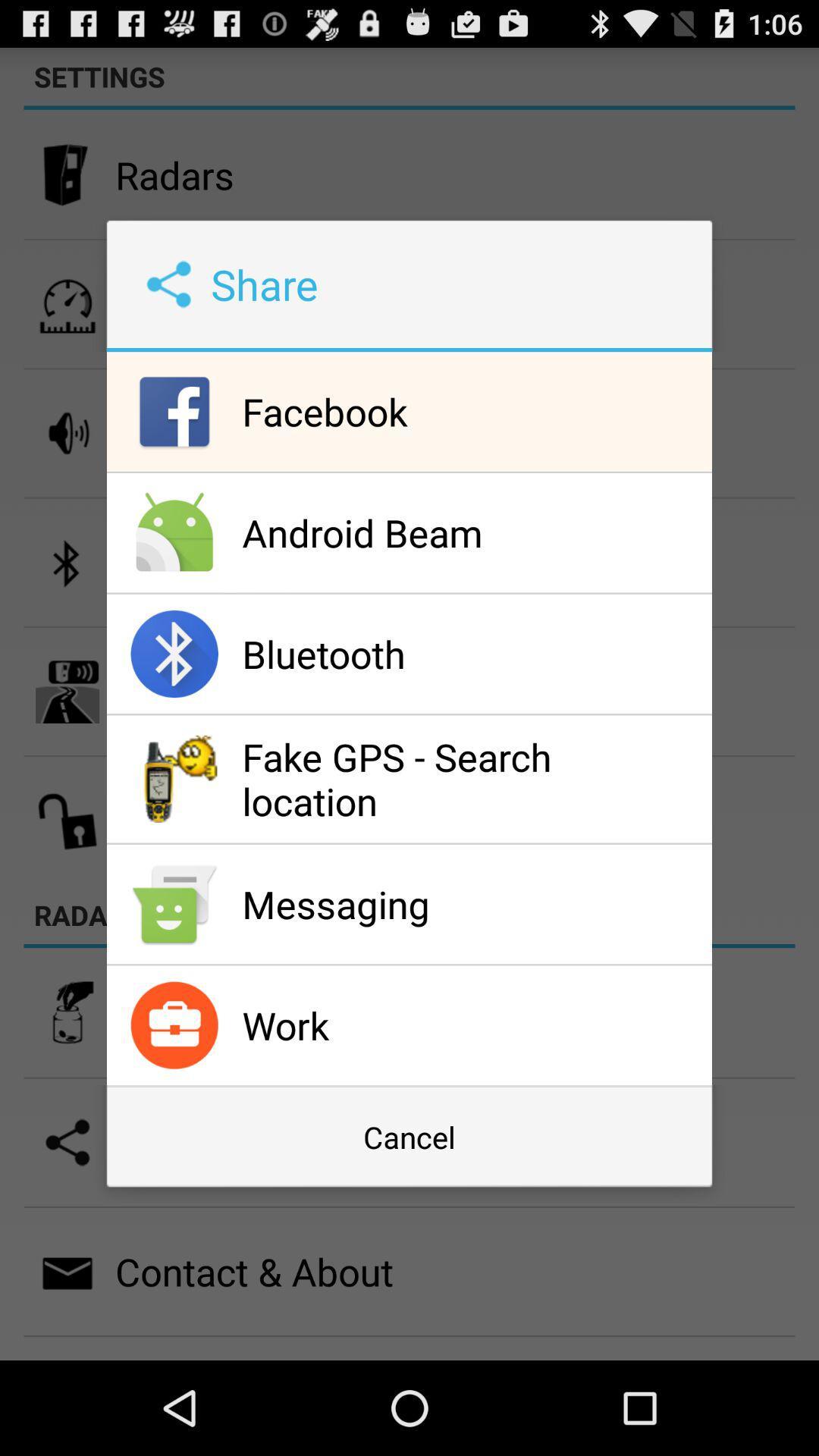 Image resolution: width=819 pixels, height=1456 pixels. Describe the element at coordinates (472, 779) in the screenshot. I see `the fake gps search app` at that location.